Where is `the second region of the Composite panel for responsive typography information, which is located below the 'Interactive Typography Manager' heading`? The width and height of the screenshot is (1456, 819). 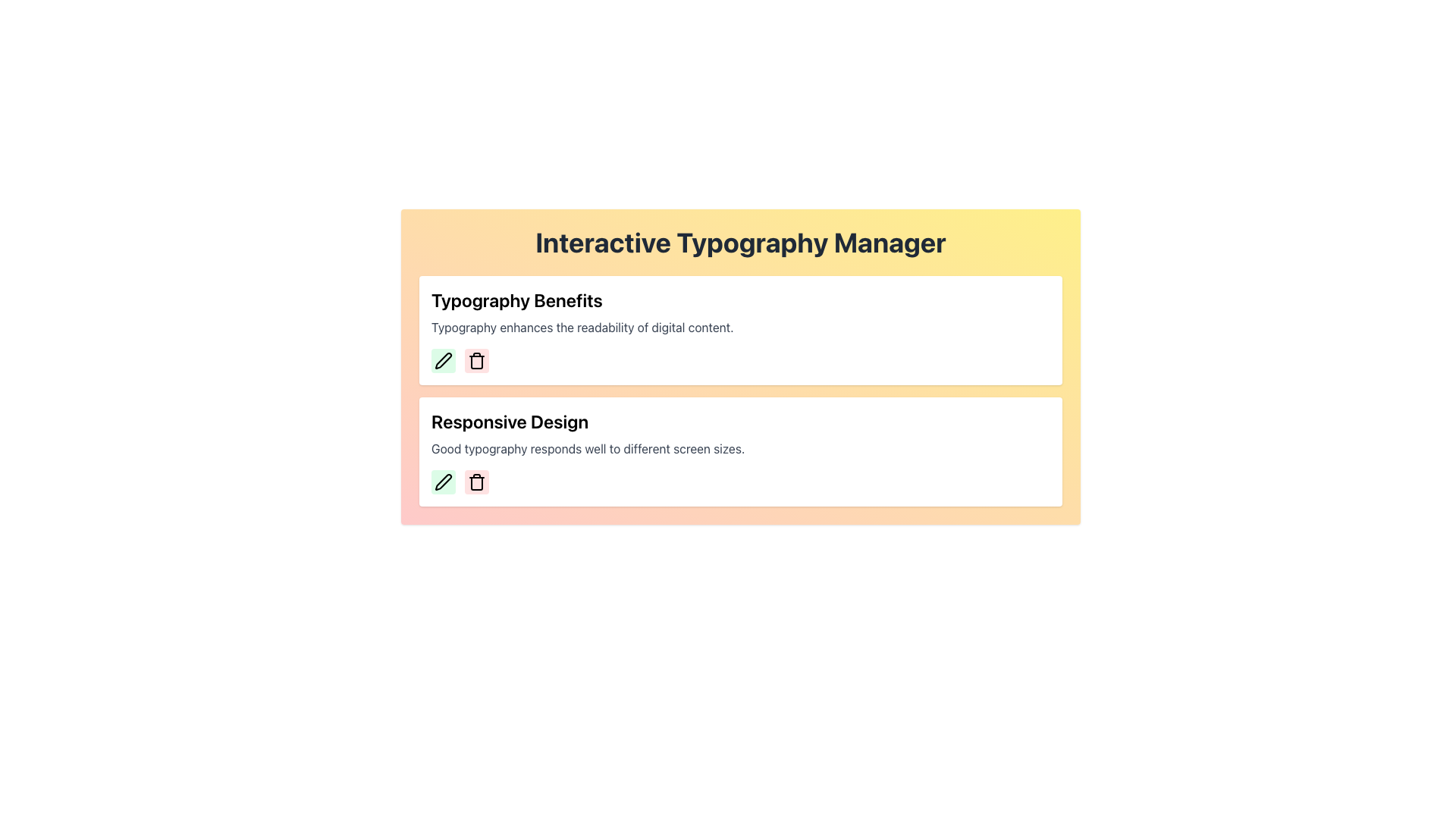
the second region of the Composite panel for responsive typography information, which is located below the 'Interactive Typography Manager' heading is located at coordinates (741, 391).